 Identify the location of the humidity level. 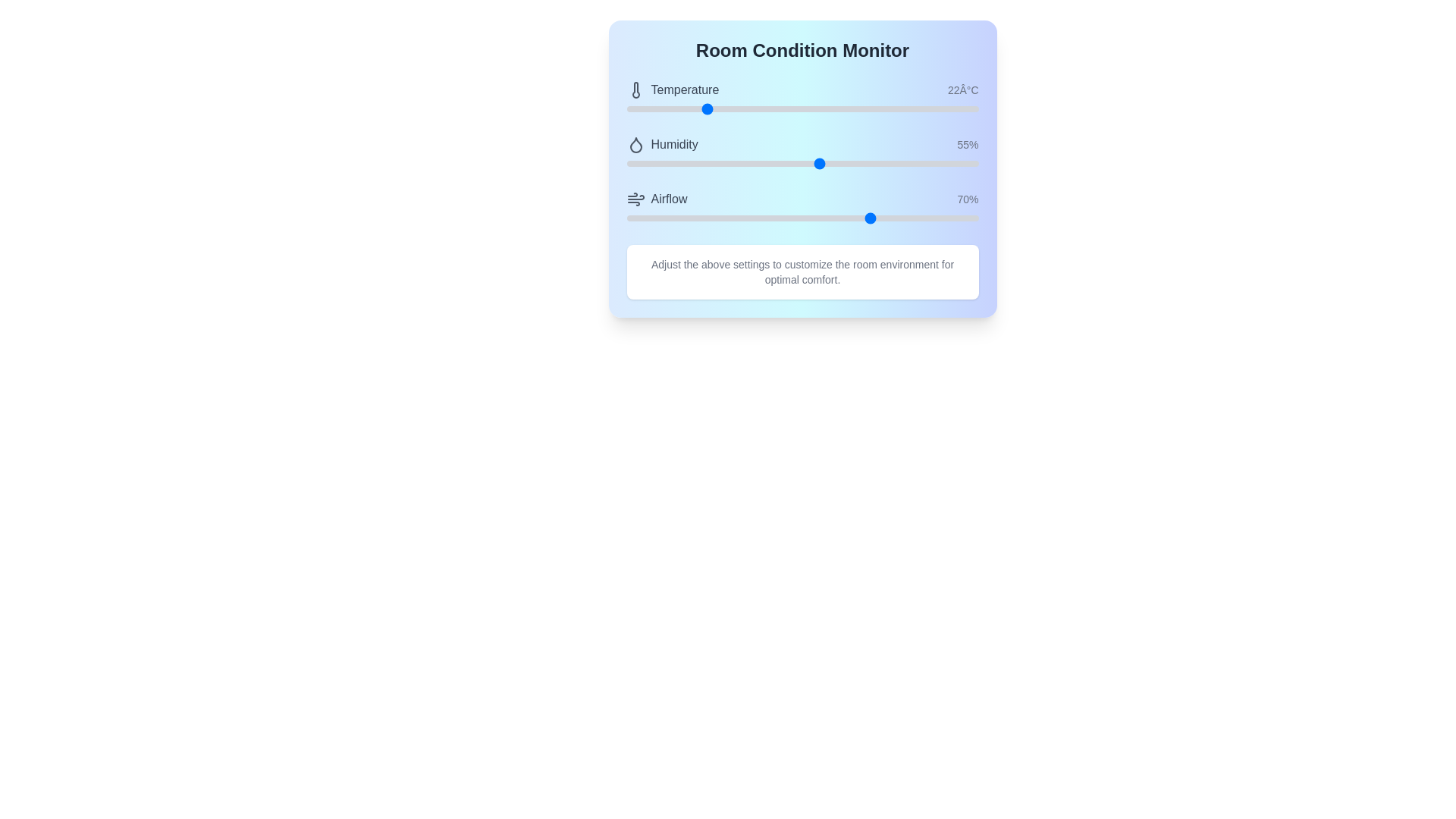
(707, 164).